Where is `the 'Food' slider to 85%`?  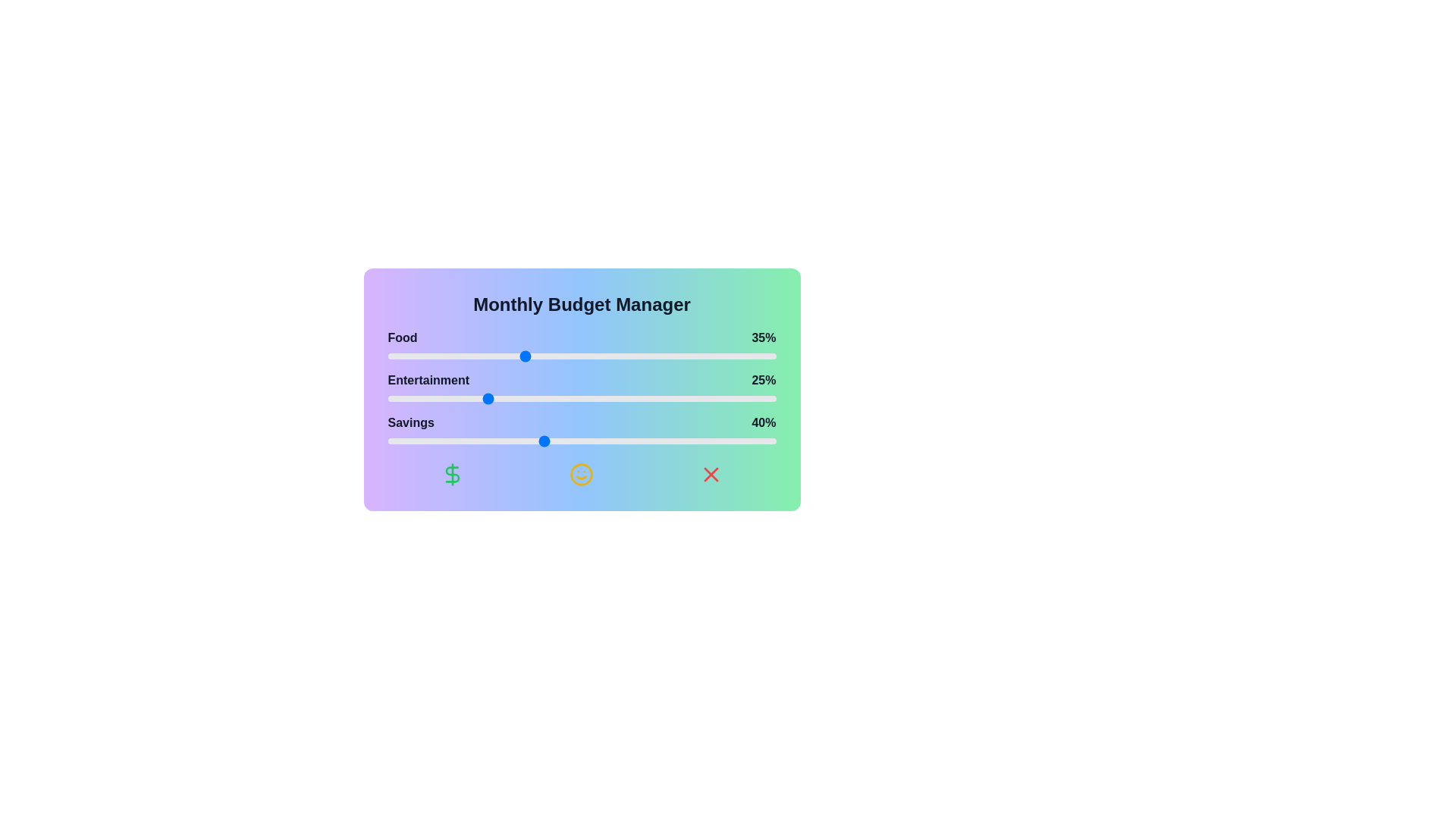
the 'Food' slider to 85% is located at coordinates (717, 356).